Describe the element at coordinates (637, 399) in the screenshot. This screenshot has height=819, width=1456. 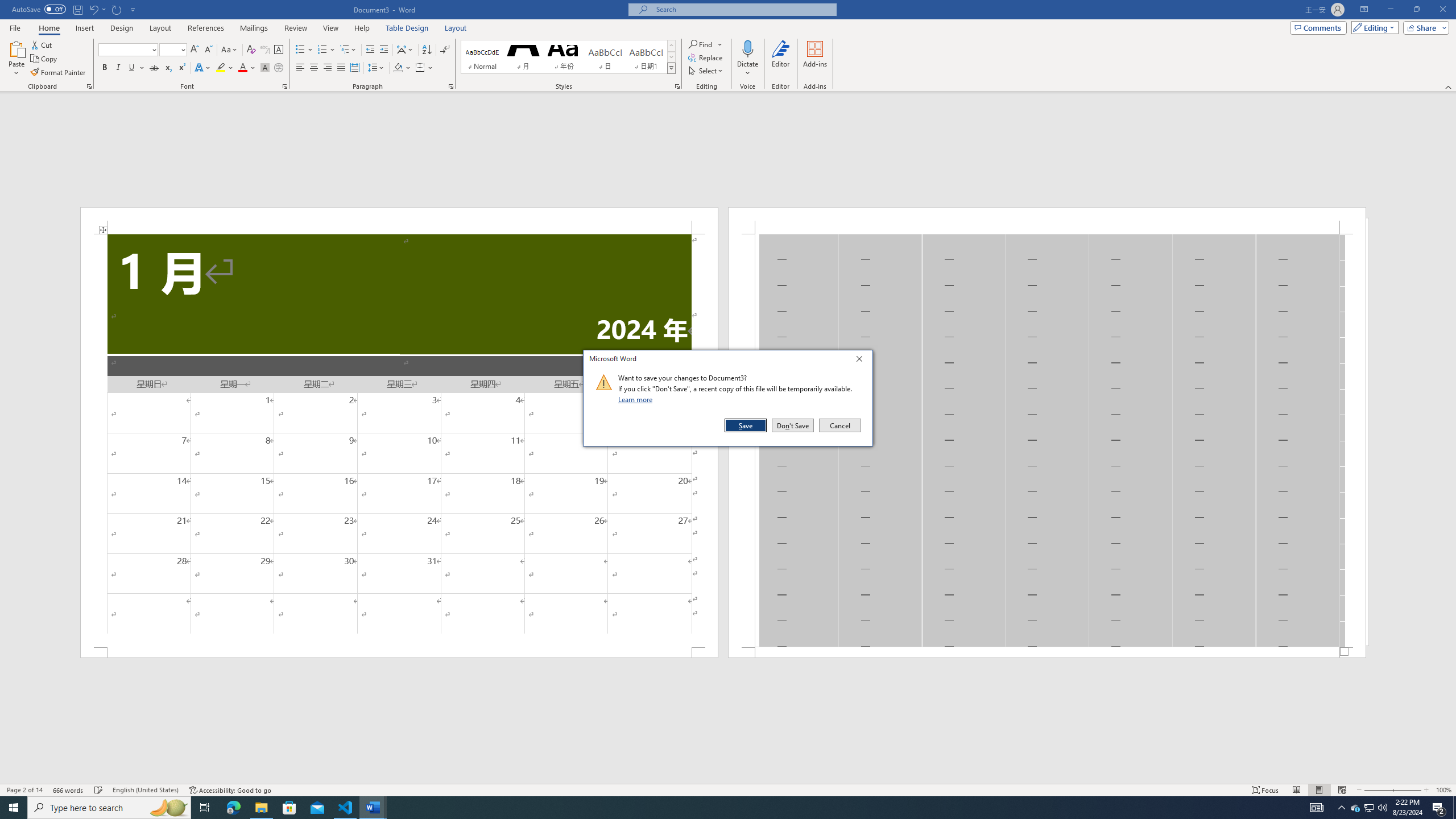
I see `'Learn more'` at that location.